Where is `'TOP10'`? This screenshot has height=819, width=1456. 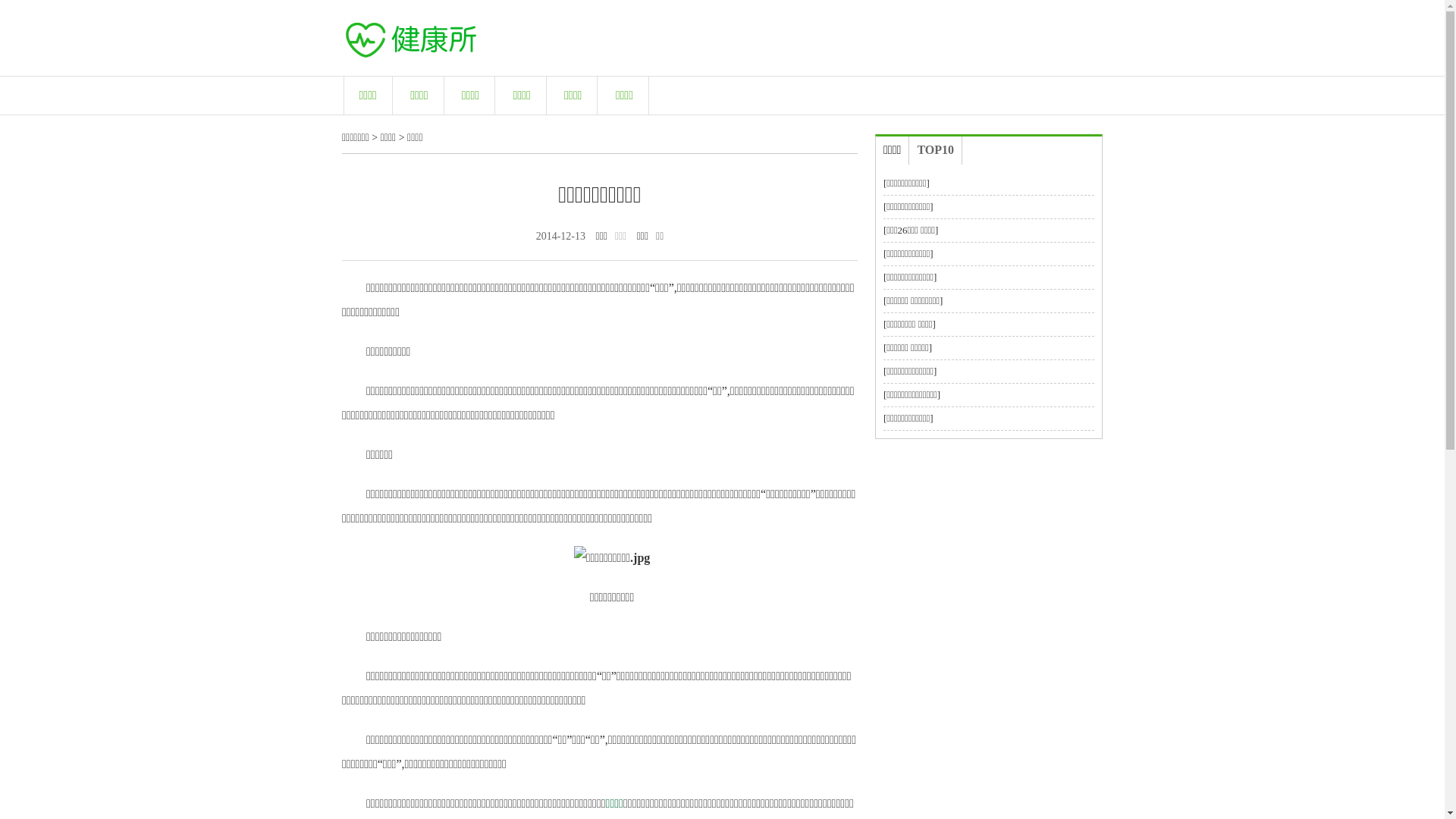
'TOP10' is located at coordinates (934, 150).